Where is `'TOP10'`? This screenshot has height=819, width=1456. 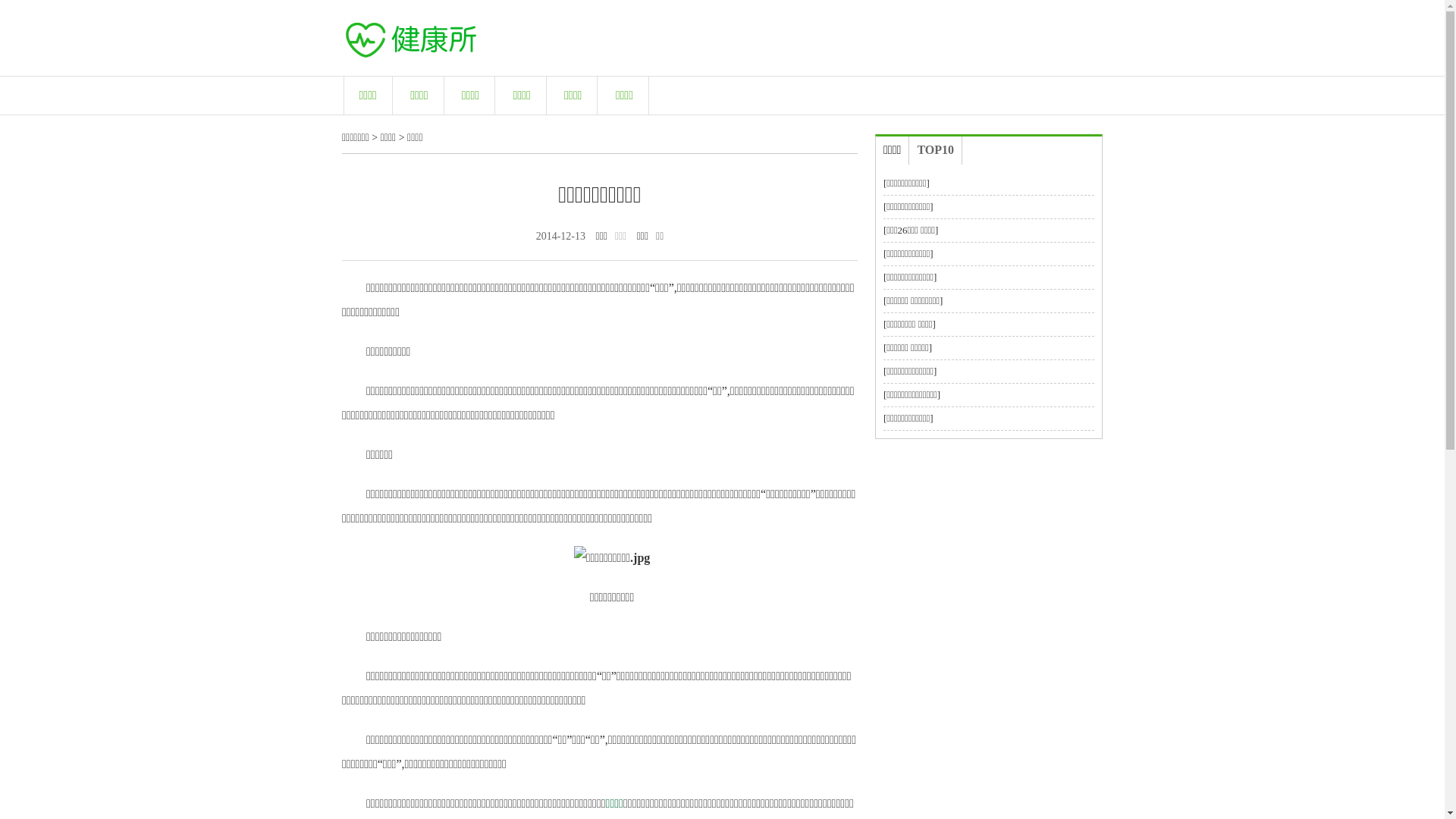
'TOP10' is located at coordinates (934, 150).